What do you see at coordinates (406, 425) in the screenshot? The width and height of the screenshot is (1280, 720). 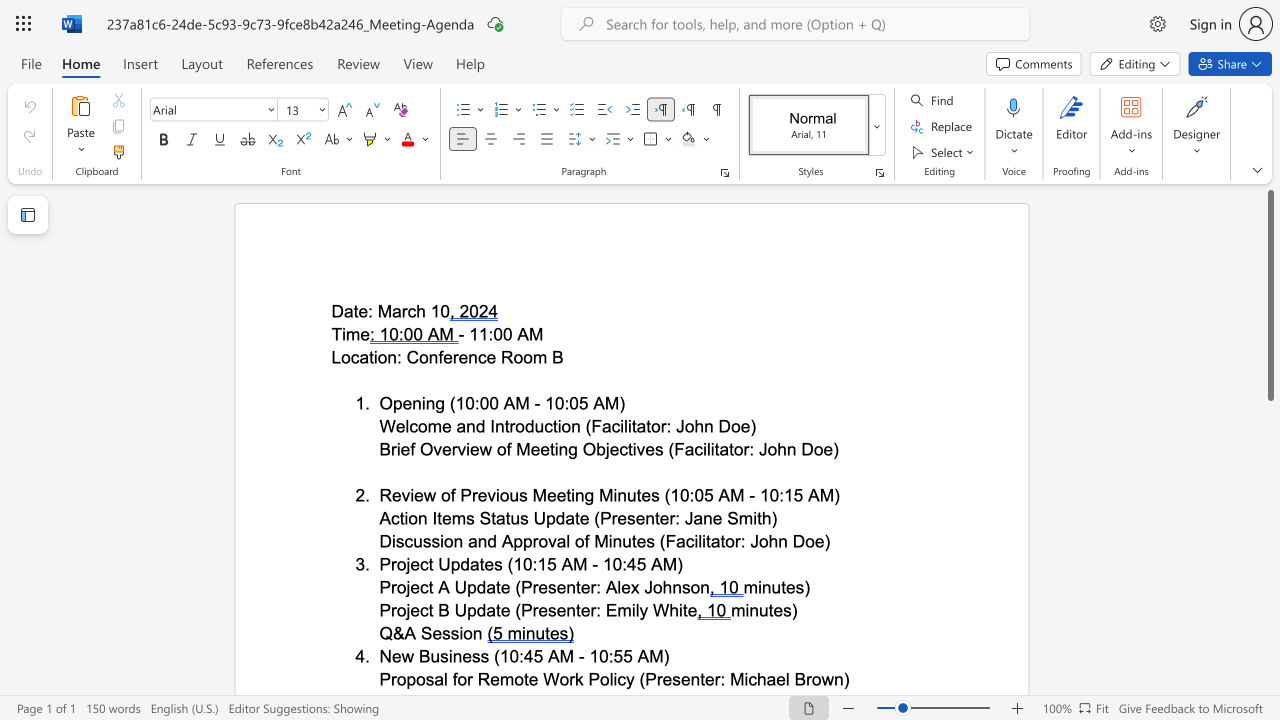 I see `the 1th character "l" in the text` at bounding box center [406, 425].